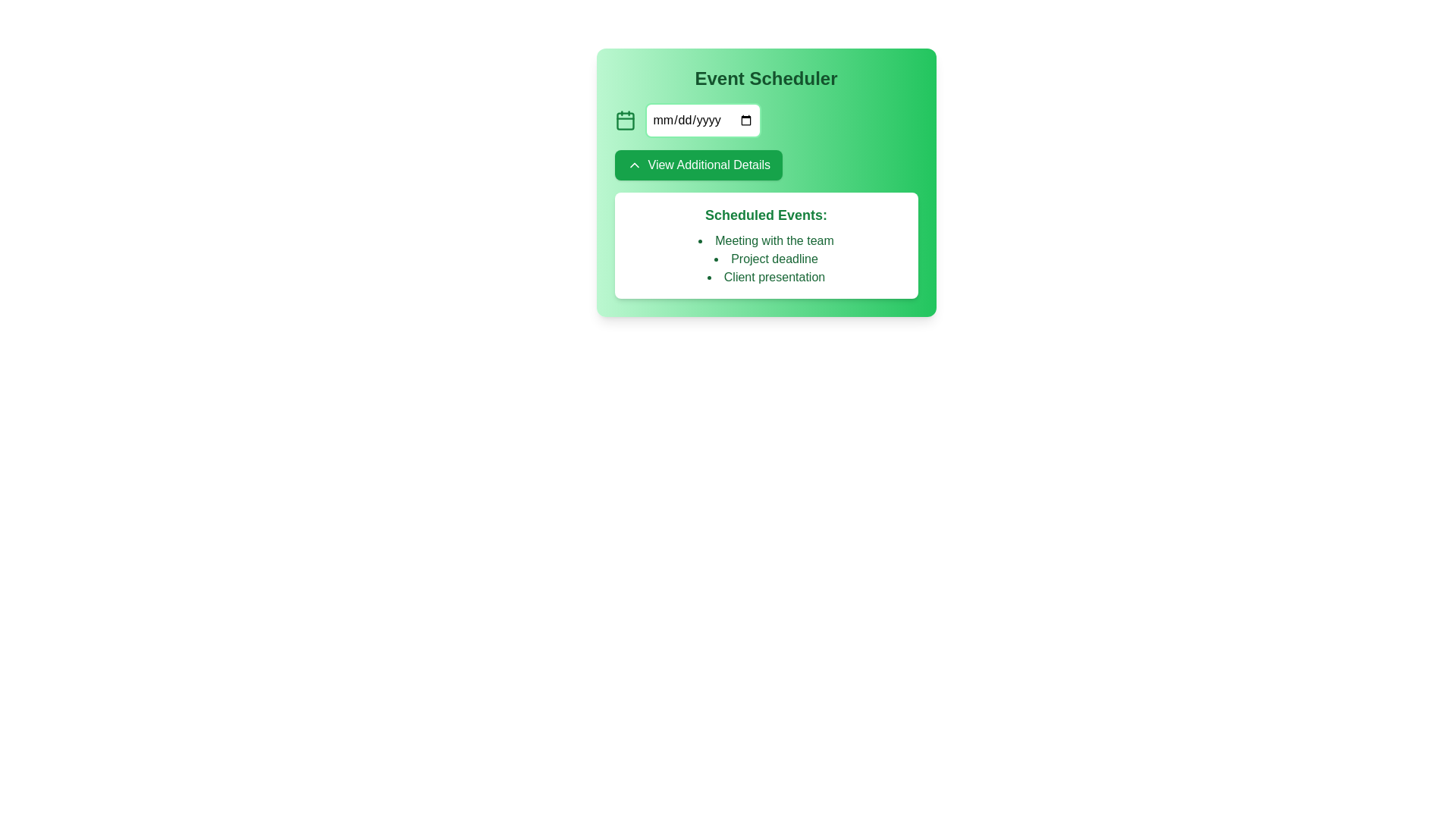 The width and height of the screenshot is (1456, 819). Describe the element at coordinates (766, 278) in the screenshot. I see `the third item in the bulleted list titled 'Client presentation' which provides information about upcoming activities` at that location.